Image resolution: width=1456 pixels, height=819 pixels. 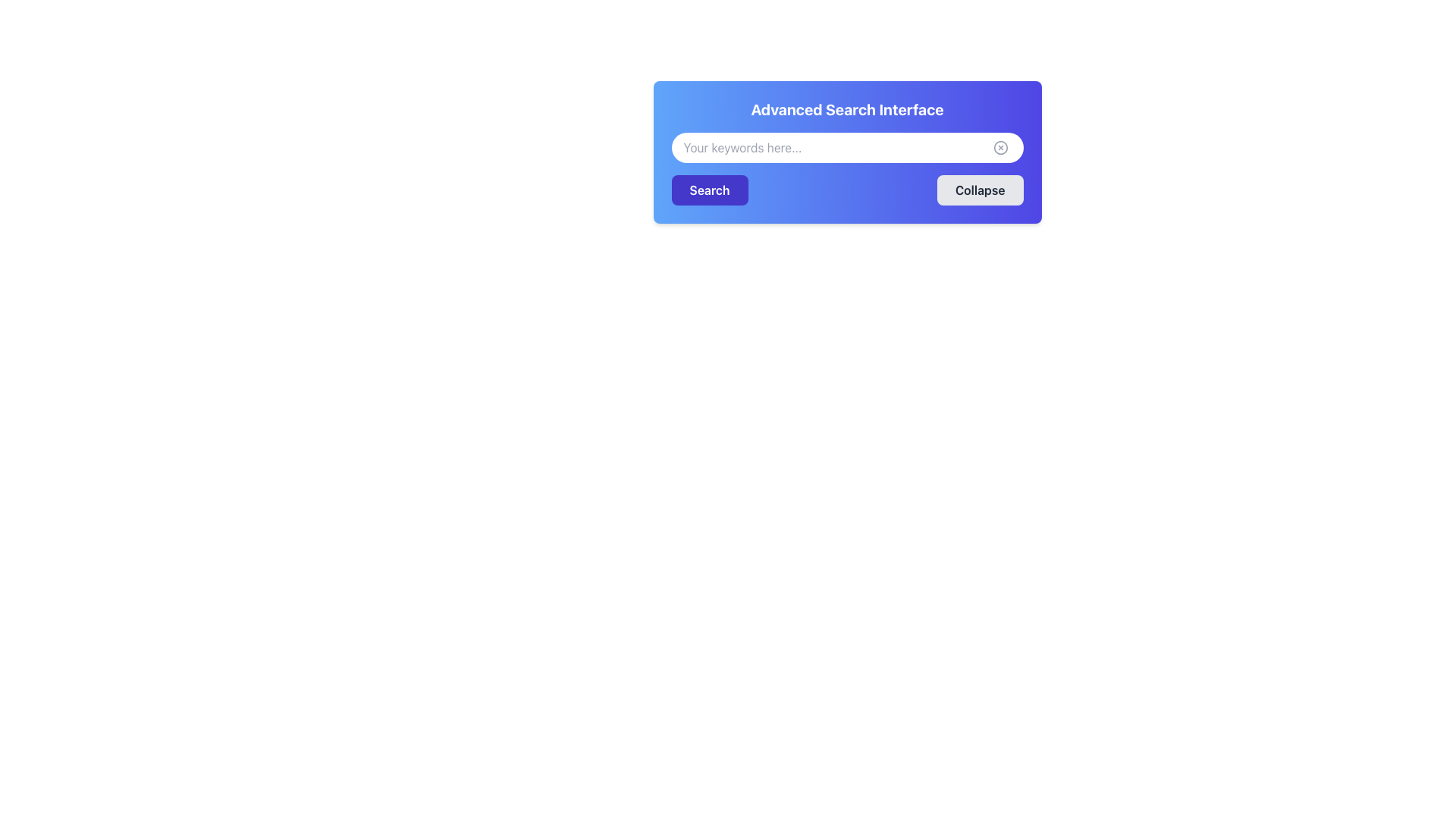 I want to click on the clear button icon located to the right of the text input field labeled 'Your keywords here...' in the advanced search interface to change its color, so click(x=1000, y=148).